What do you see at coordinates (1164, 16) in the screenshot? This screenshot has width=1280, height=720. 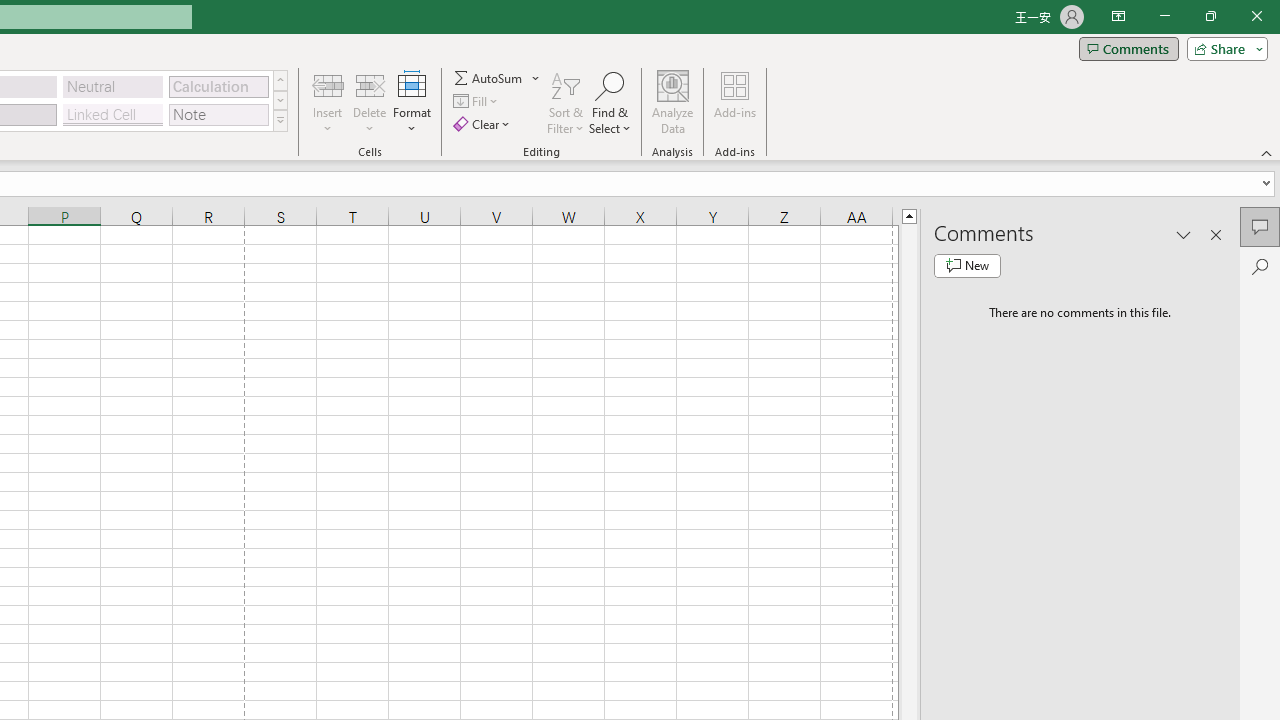 I see `'Minimize'` at bounding box center [1164, 16].